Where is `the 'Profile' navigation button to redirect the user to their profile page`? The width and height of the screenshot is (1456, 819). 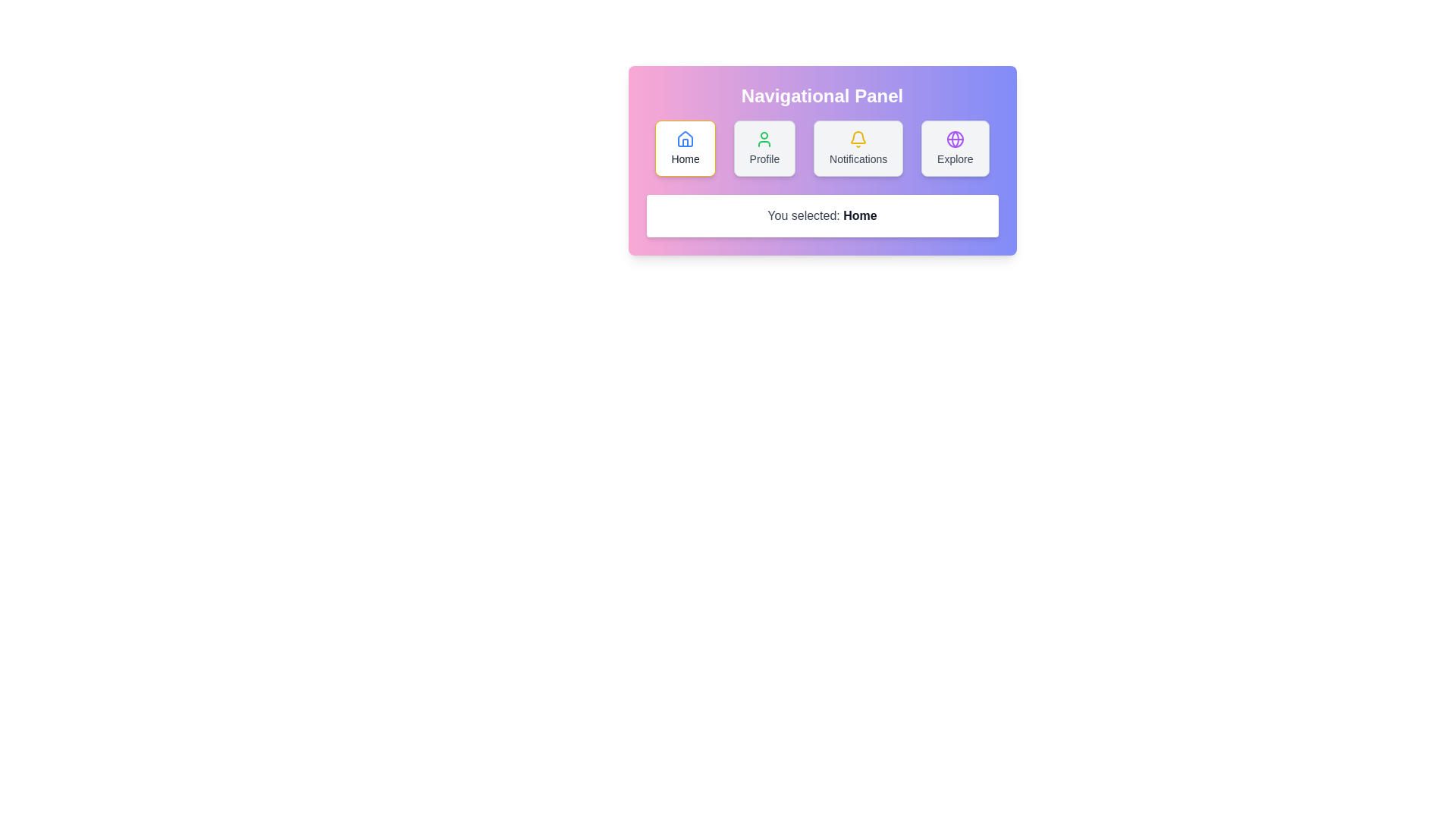
the 'Profile' navigation button to redirect the user to their profile page is located at coordinates (764, 149).